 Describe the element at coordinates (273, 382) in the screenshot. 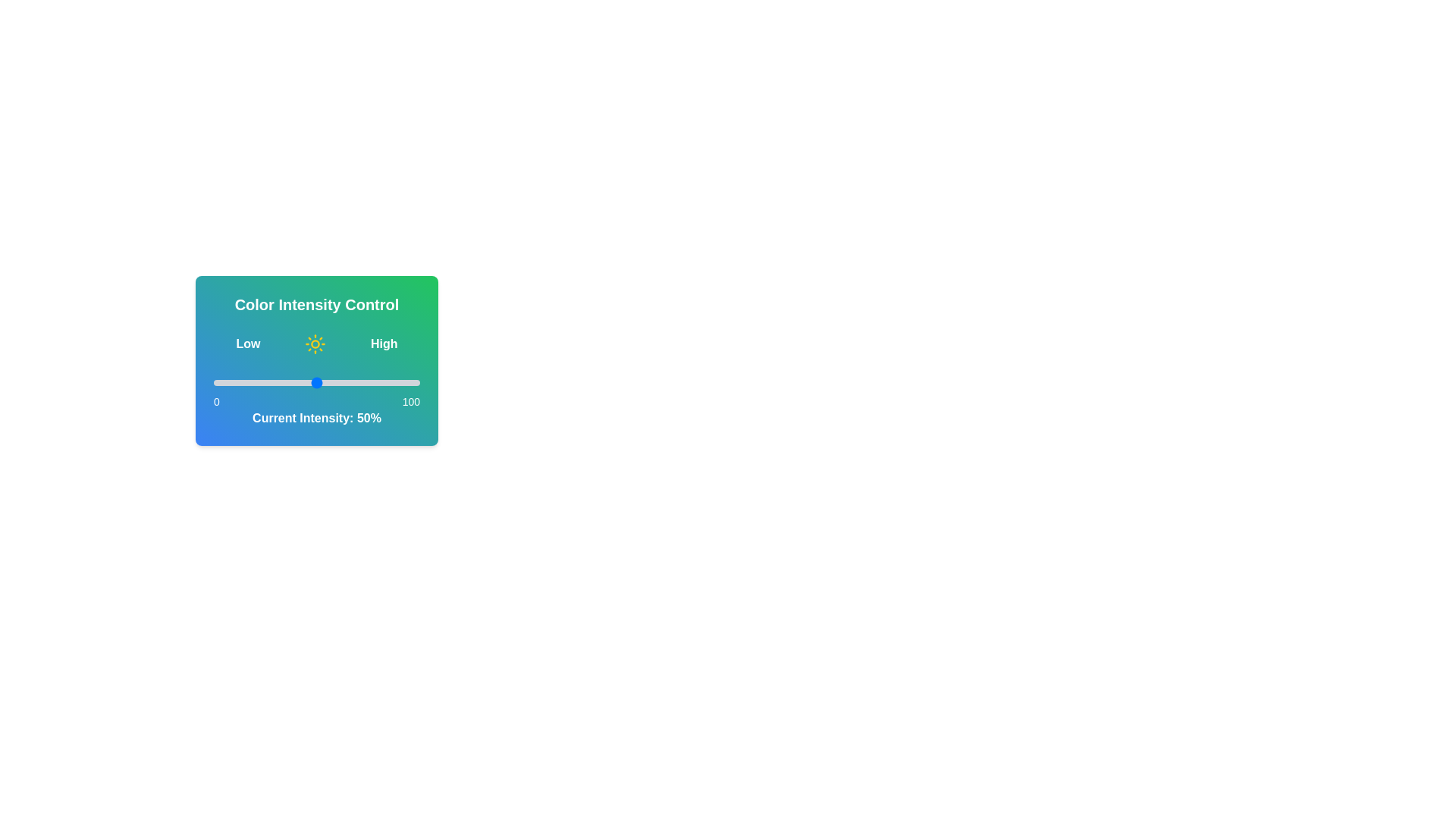

I see `the color intensity` at that location.